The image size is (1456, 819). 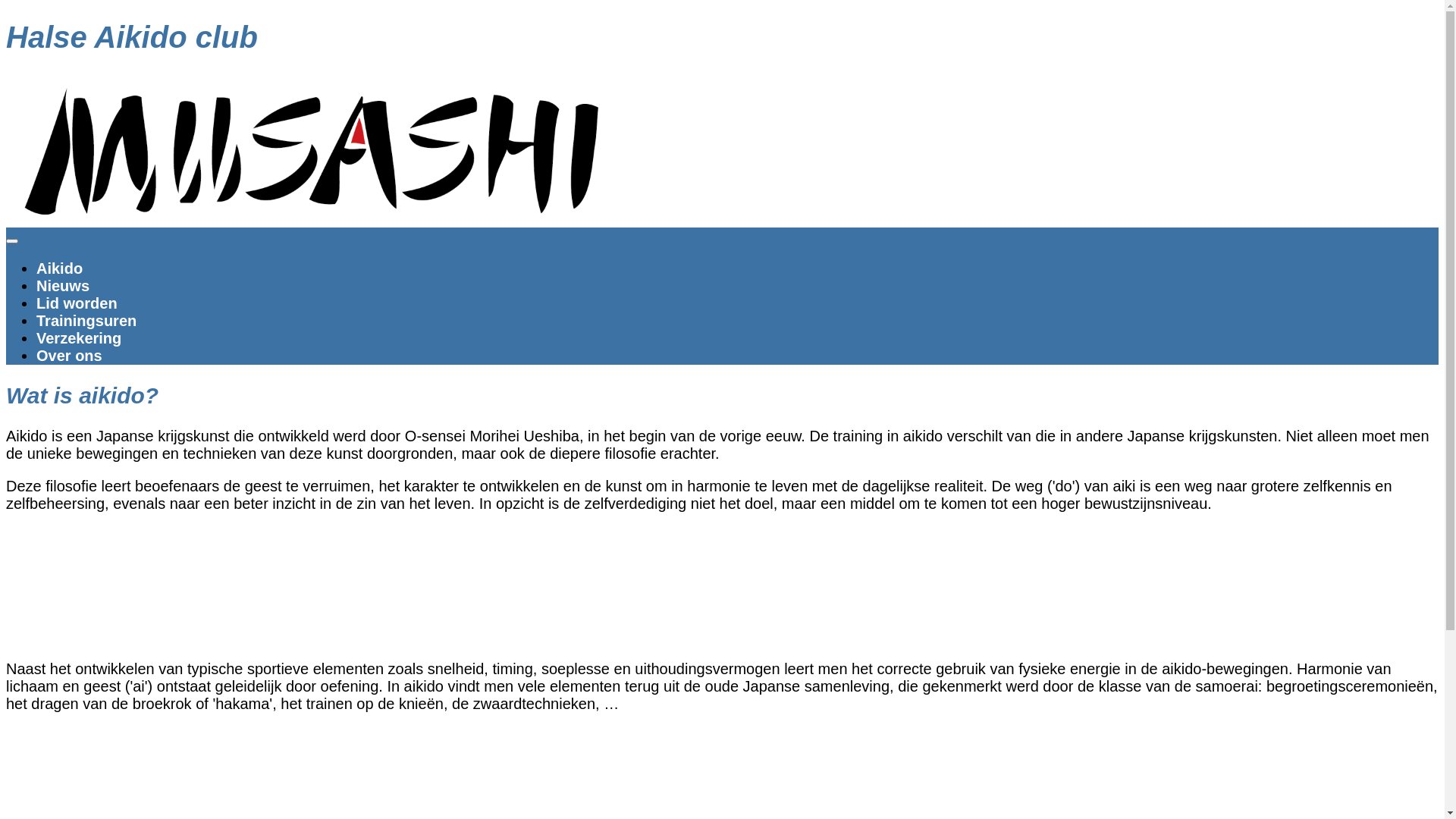 What do you see at coordinates (86, 320) in the screenshot?
I see `'Trainingsuren'` at bounding box center [86, 320].